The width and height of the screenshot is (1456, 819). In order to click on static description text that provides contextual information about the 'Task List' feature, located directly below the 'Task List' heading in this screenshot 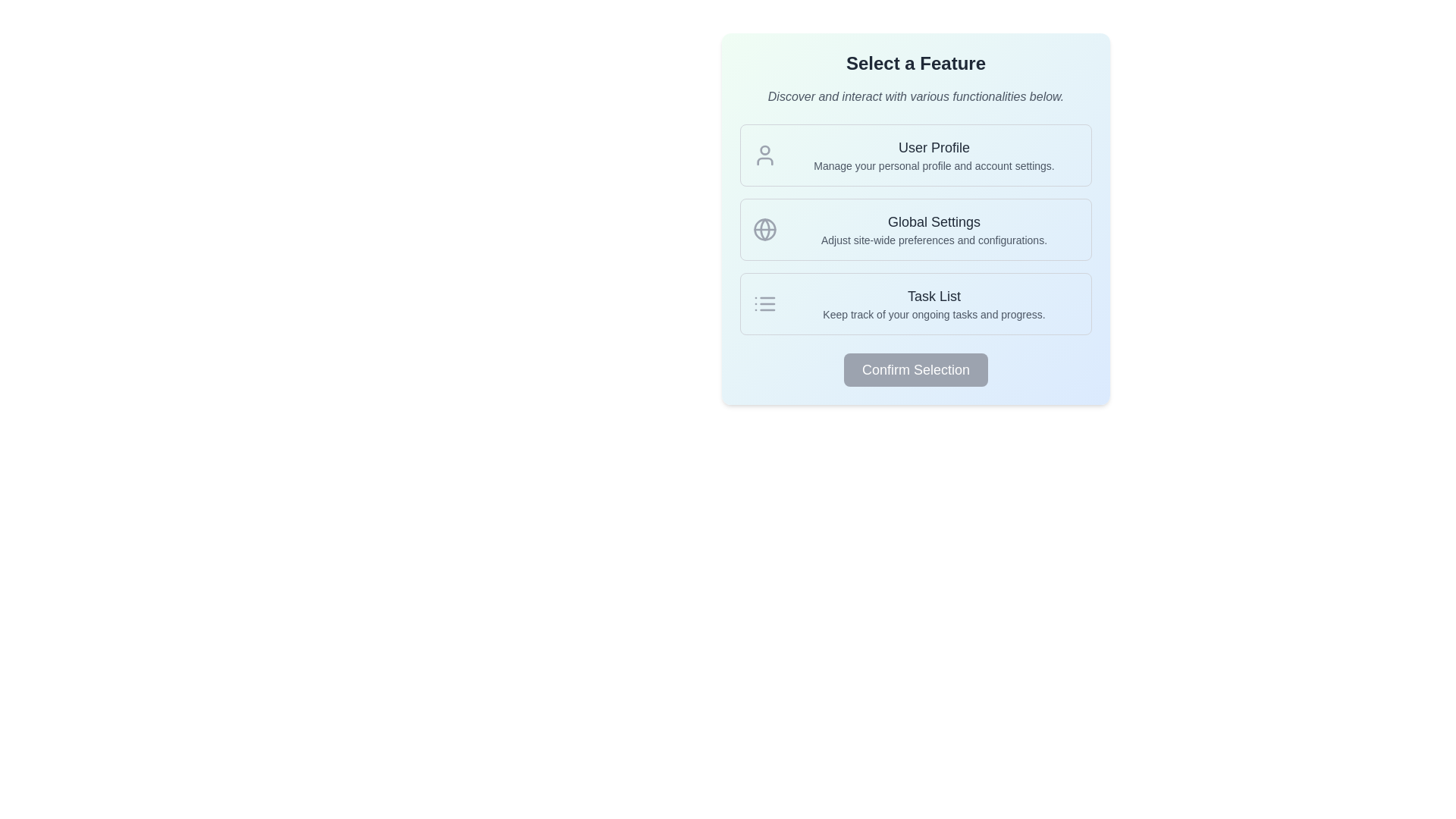, I will do `click(934, 314)`.